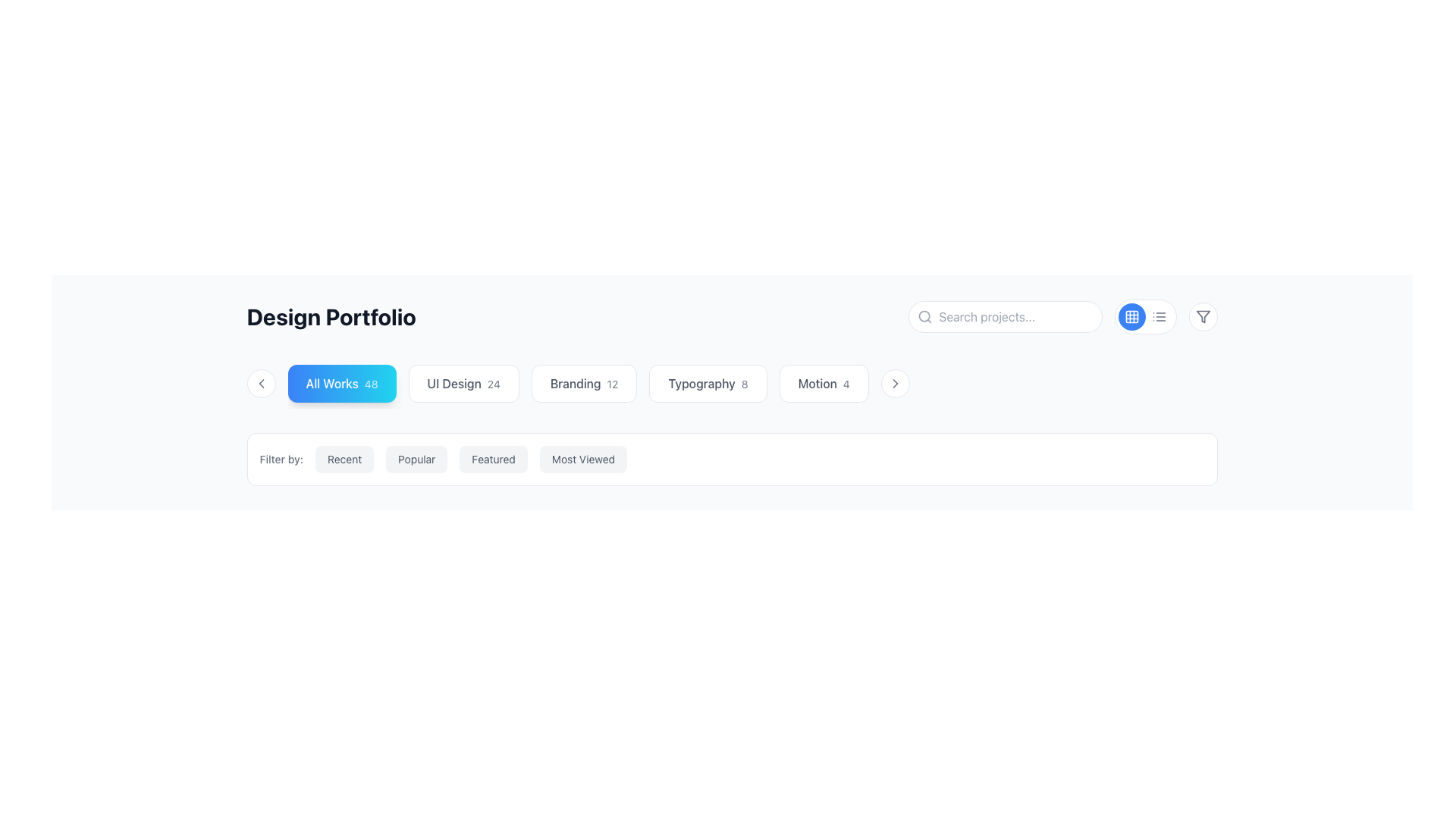 This screenshot has height=819, width=1456. What do you see at coordinates (924, 315) in the screenshot?
I see `the small gray magnifying glass icon located within the search input field, aligned to the left of the text placeholder 'Search projects...', to access the search functionality` at bounding box center [924, 315].